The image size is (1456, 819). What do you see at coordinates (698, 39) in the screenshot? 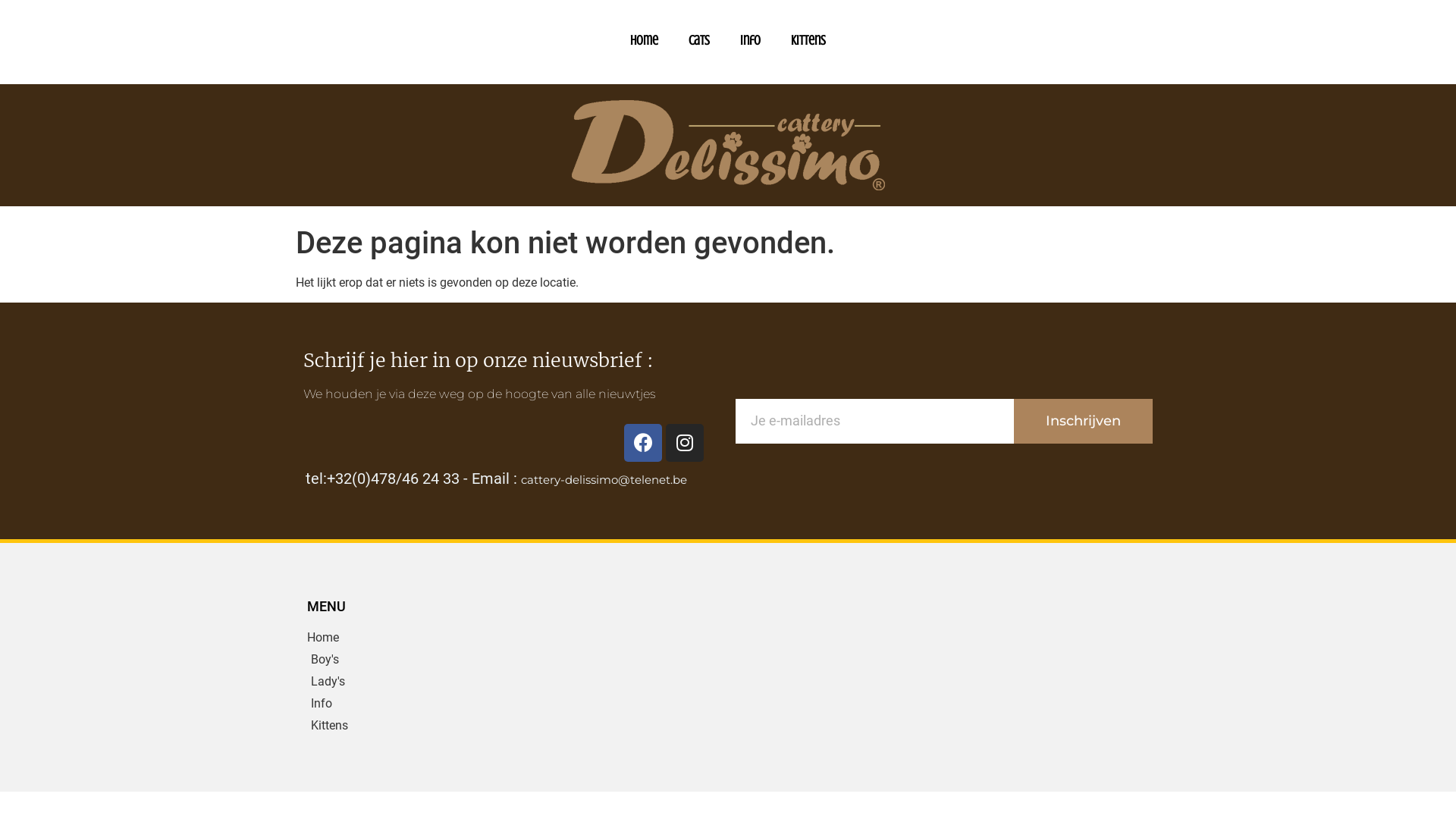
I see `'Cats'` at bounding box center [698, 39].